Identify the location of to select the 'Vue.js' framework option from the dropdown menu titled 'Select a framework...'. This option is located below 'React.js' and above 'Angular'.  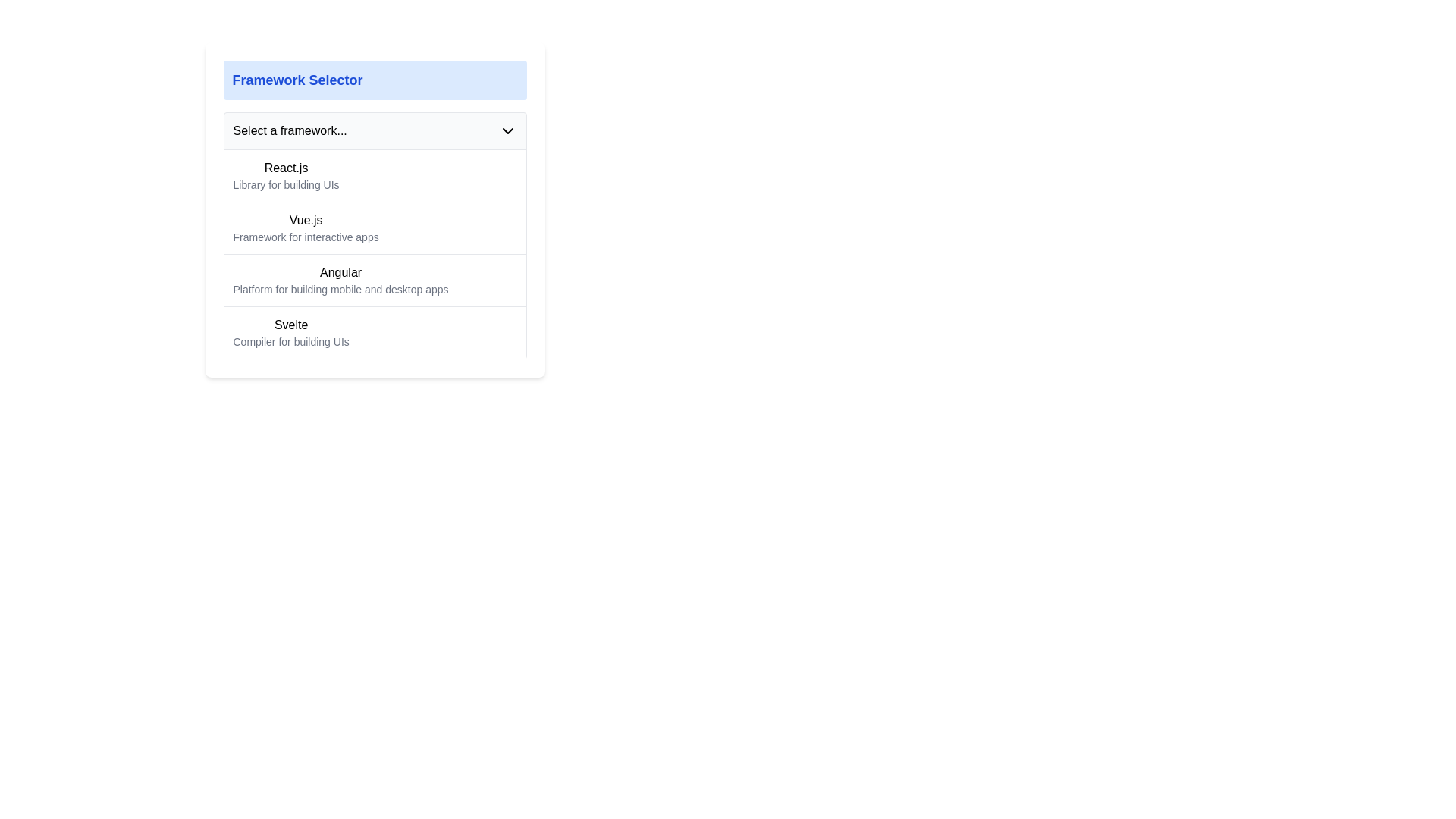
(375, 253).